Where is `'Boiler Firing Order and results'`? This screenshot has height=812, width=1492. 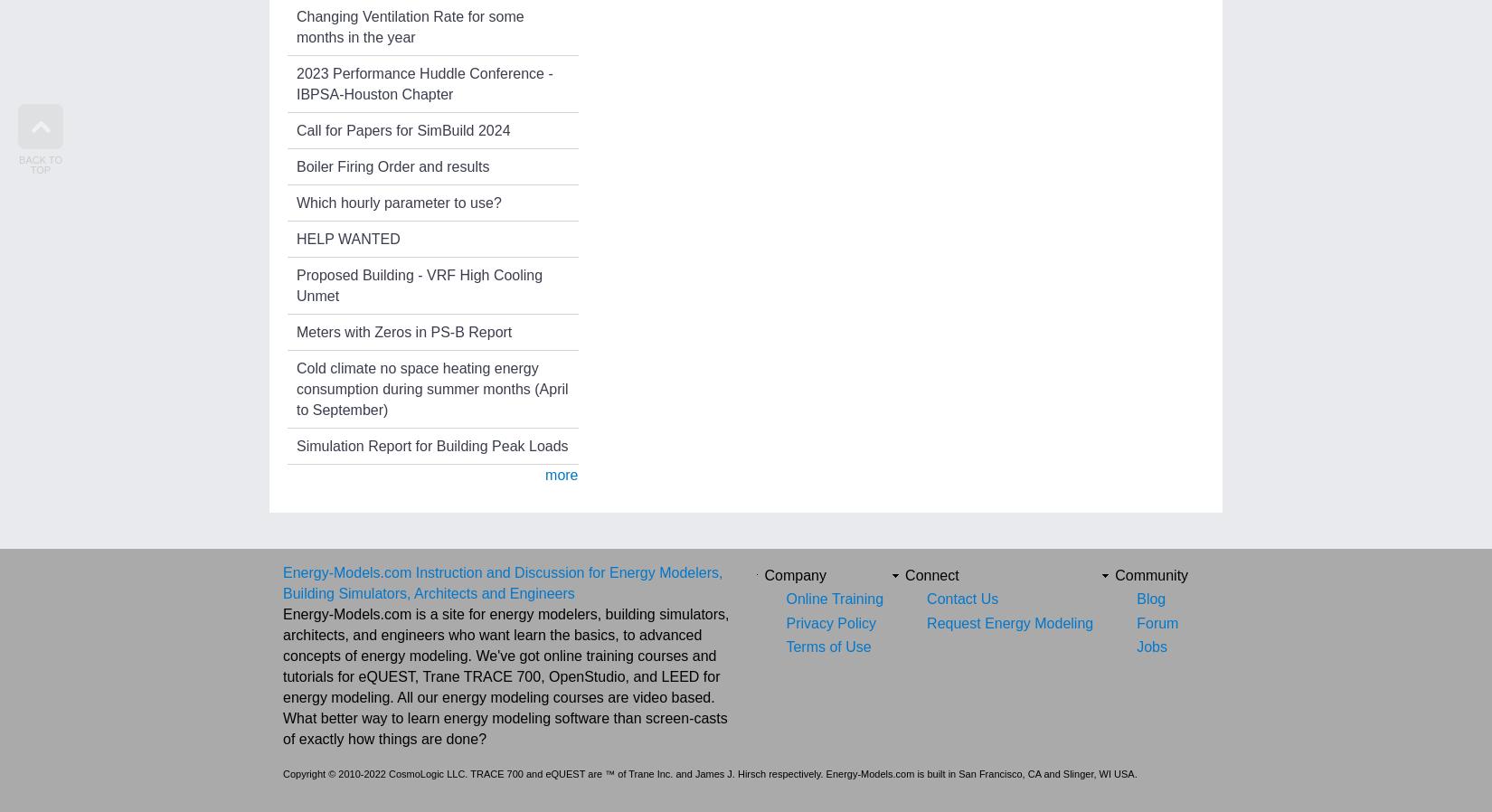
'Boiler Firing Order and results' is located at coordinates (297, 165).